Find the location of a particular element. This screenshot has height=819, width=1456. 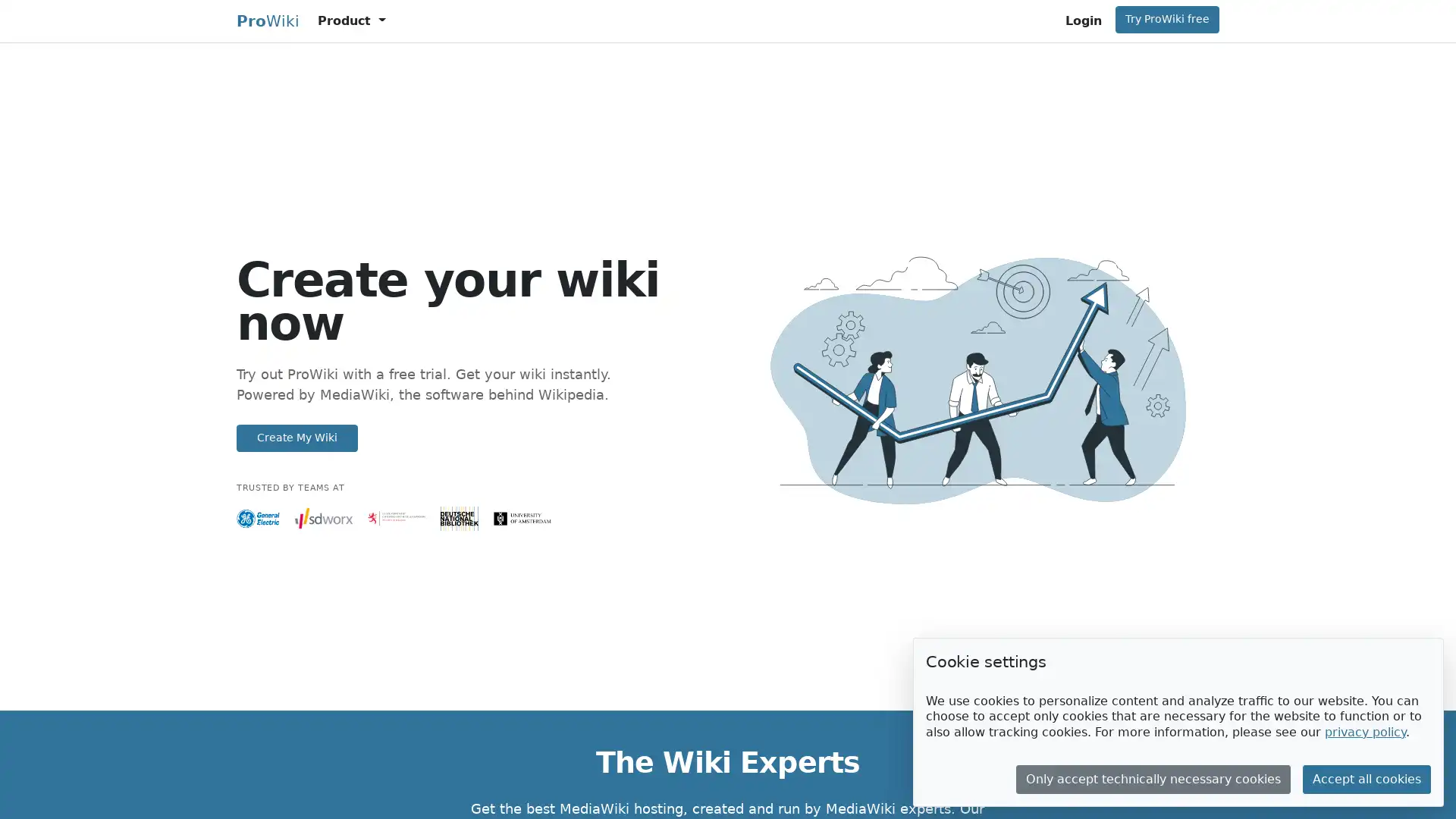

Product is located at coordinates (350, 20).